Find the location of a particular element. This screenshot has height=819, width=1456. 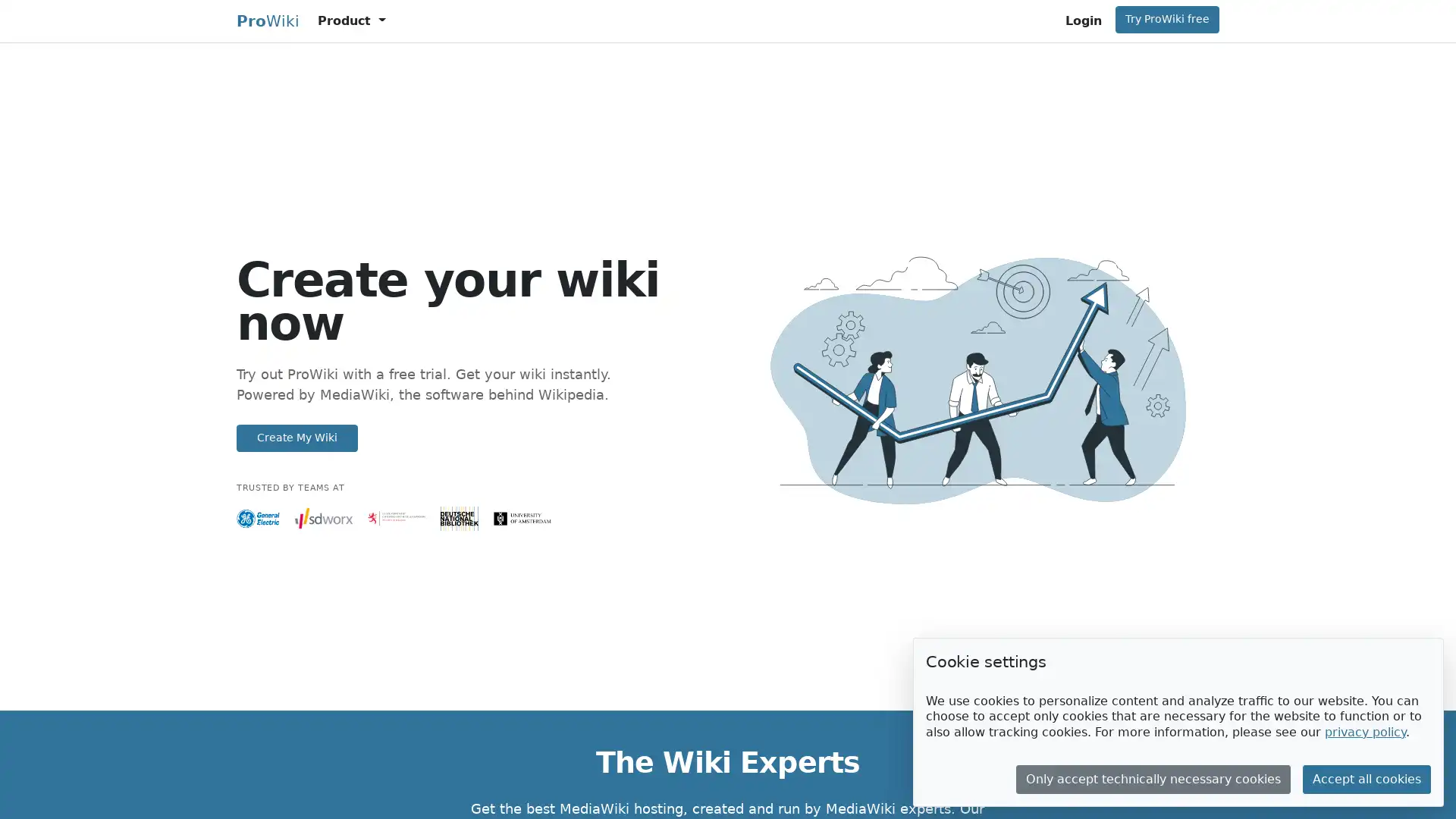

Product is located at coordinates (350, 20).